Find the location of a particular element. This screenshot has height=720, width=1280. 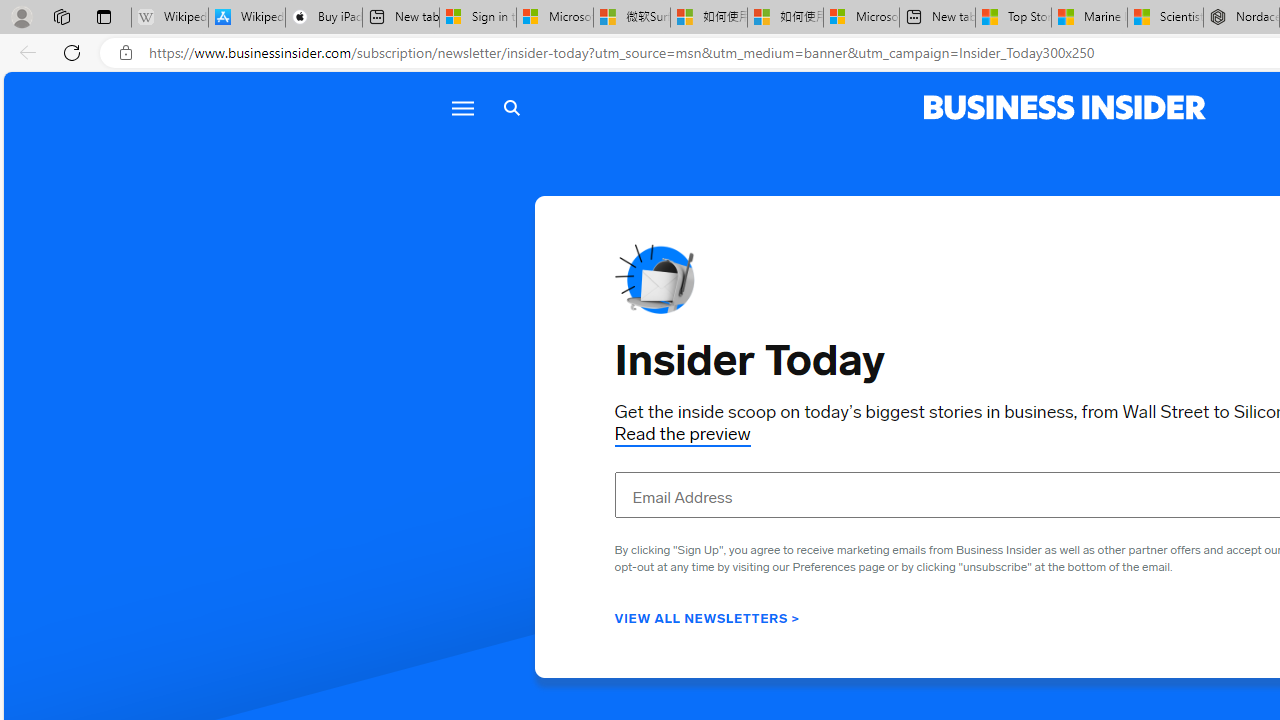

'Menu' is located at coordinates (461, 108).